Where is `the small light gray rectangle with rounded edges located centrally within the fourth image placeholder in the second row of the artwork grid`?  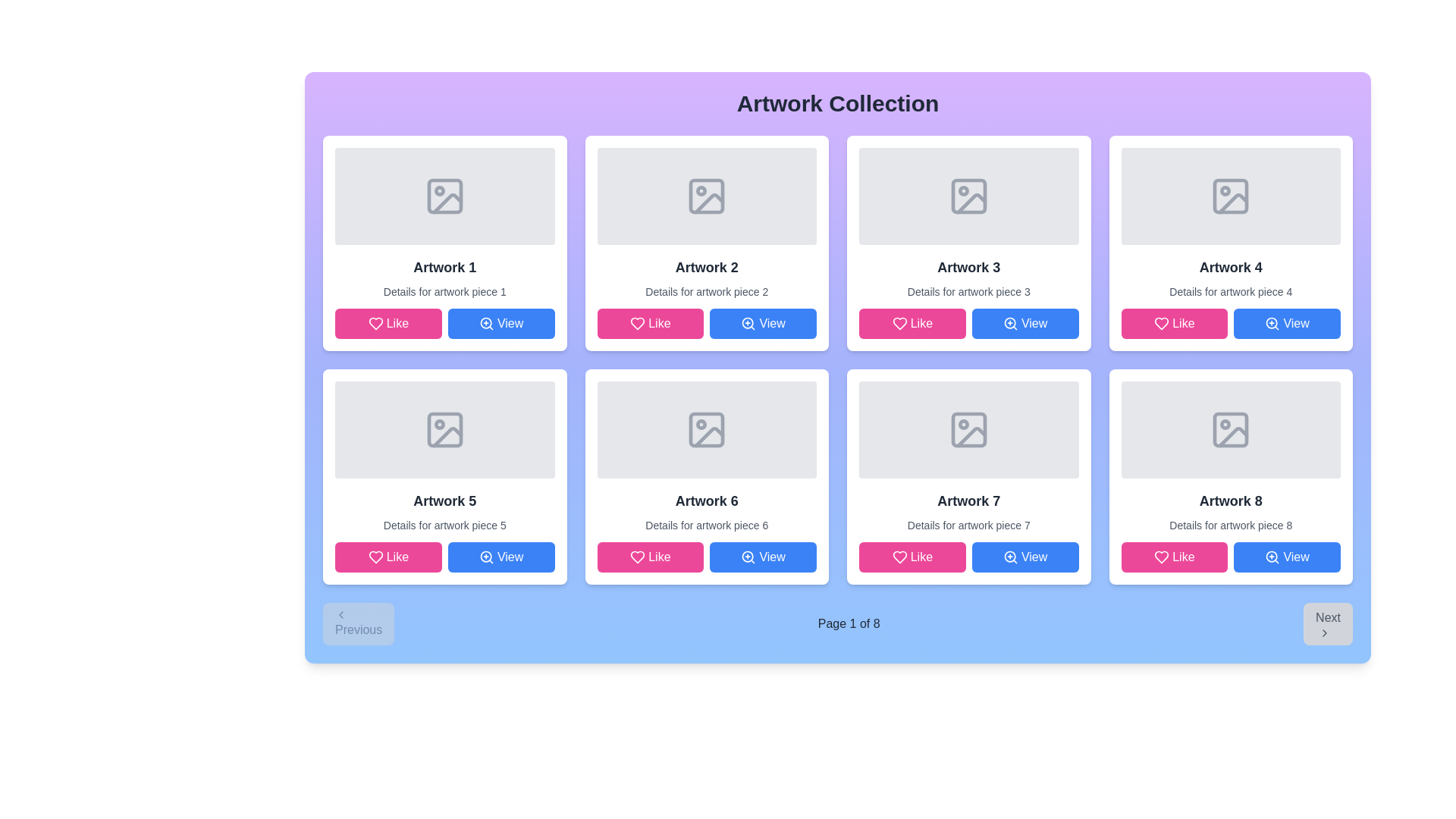 the small light gray rectangle with rounded edges located centrally within the fourth image placeholder in the second row of the artwork grid is located at coordinates (1231, 430).